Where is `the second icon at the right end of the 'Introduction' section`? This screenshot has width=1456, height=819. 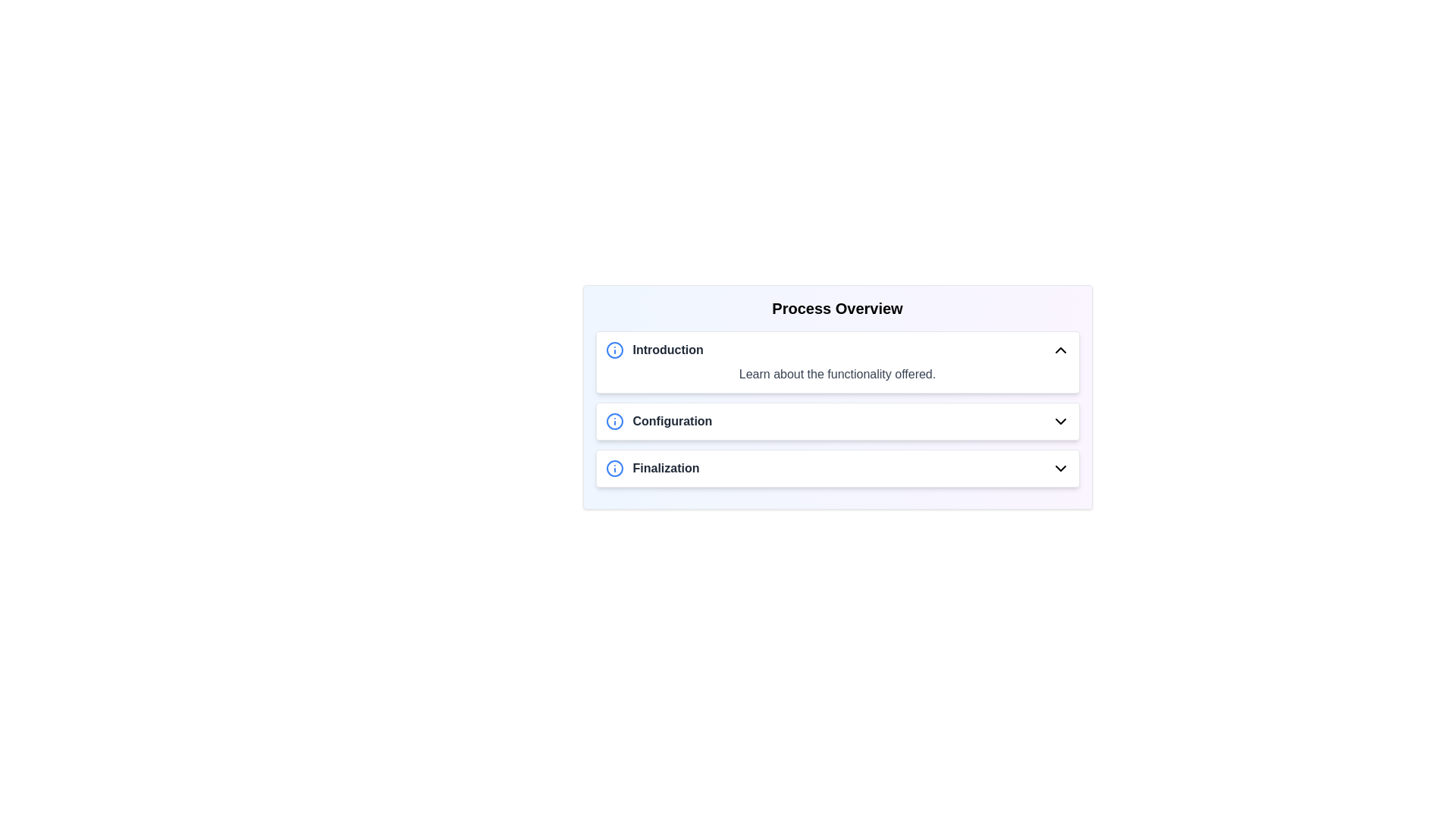
the second icon at the right end of the 'Introduction' section is located at coordinates (1059, 350).